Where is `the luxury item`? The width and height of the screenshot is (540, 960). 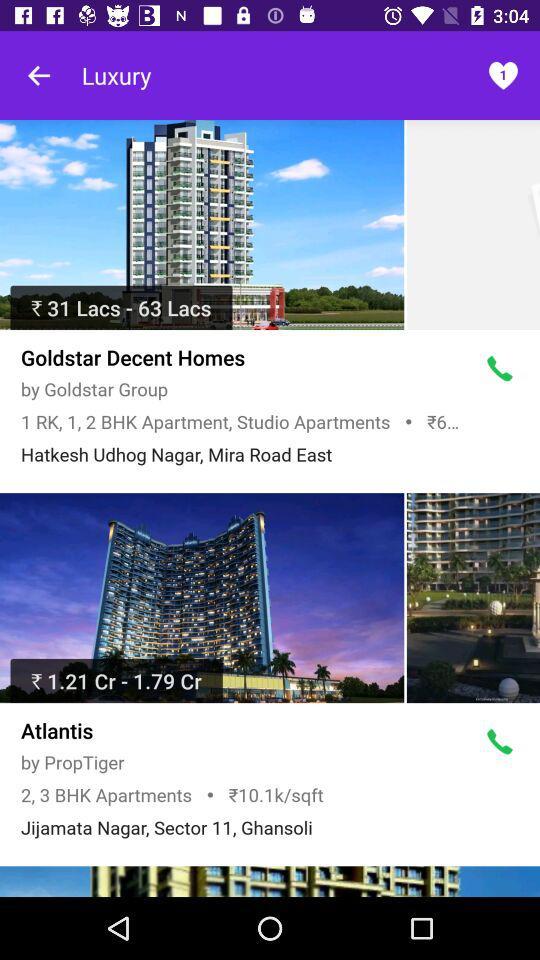
the luxury item is located at coordinates (116, 75).